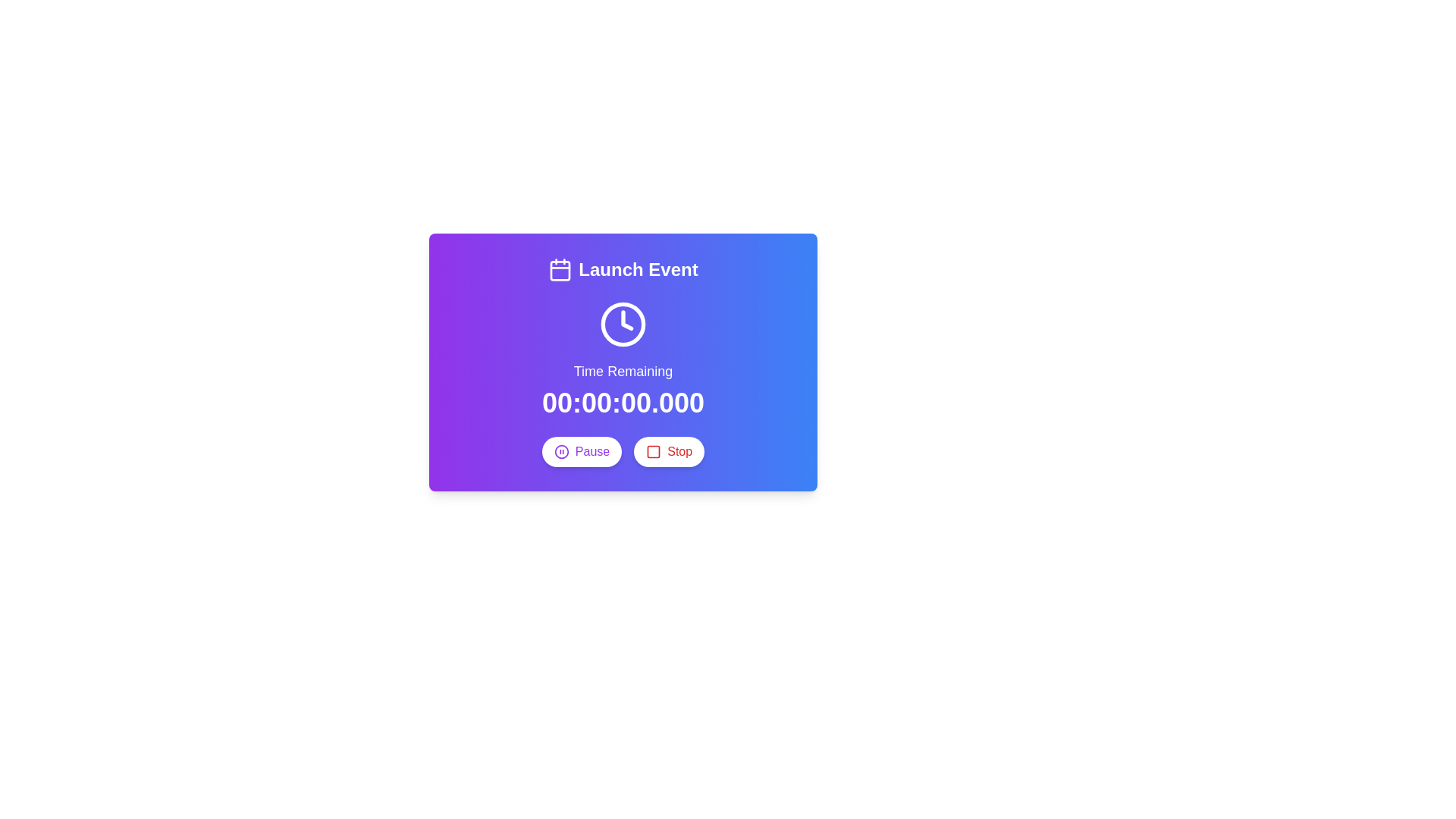 Image resolution: width=1456 pixels, height=819 pixels. What do you see at coordinates (623, 371) in the screenshot?
I see `the text label reading 'Time Remaining', which is styled prominently and is located between a clock symbol and a digital timer display` at bounding box center [623, 371].